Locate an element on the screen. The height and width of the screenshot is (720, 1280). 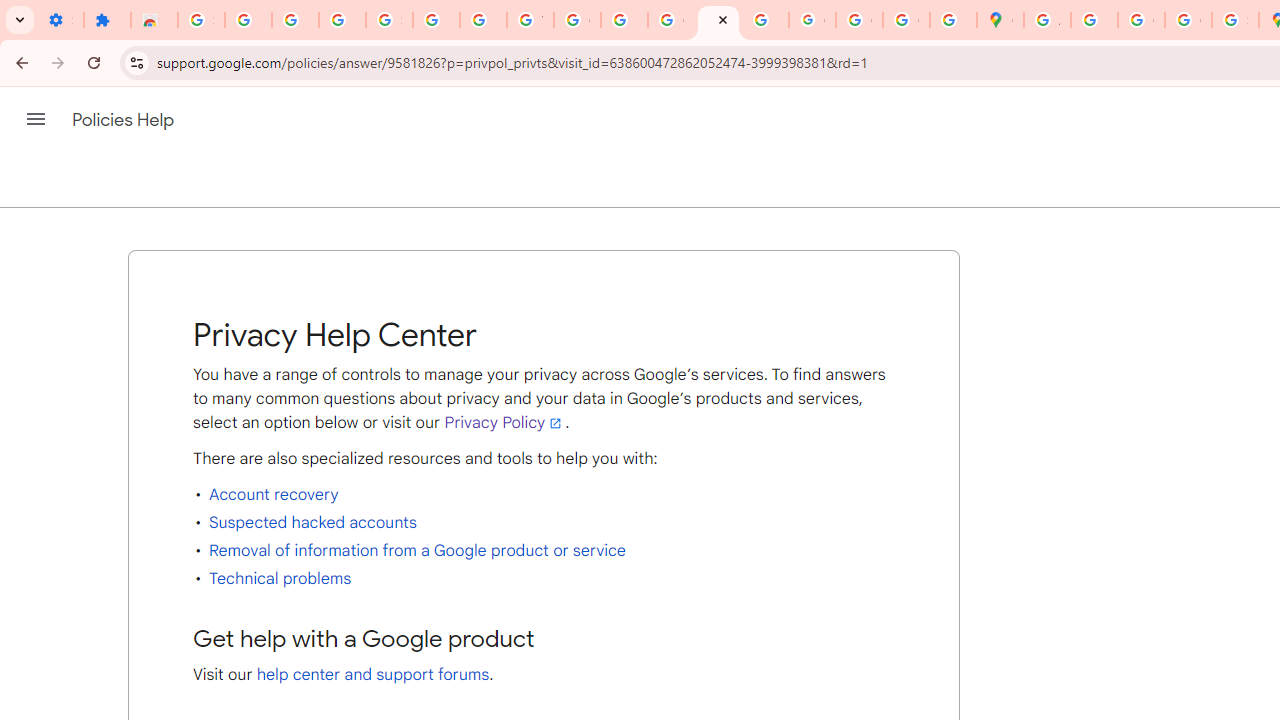
'Google Maps' is located at coordinates (1000, 20).